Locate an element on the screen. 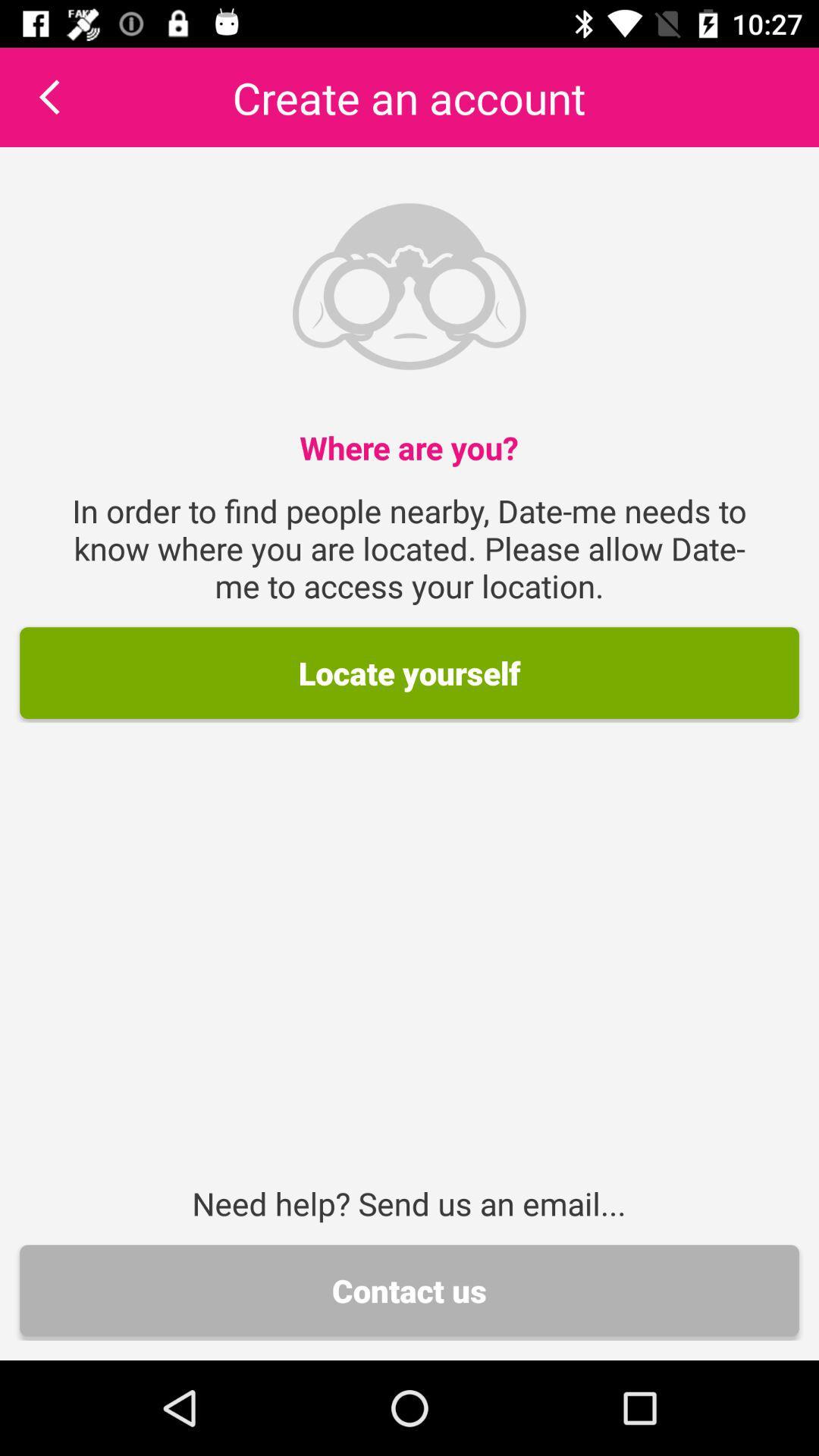 This screenshot has width=819, height=1456. the item above need help send icon is located at coordinates (409, 672).